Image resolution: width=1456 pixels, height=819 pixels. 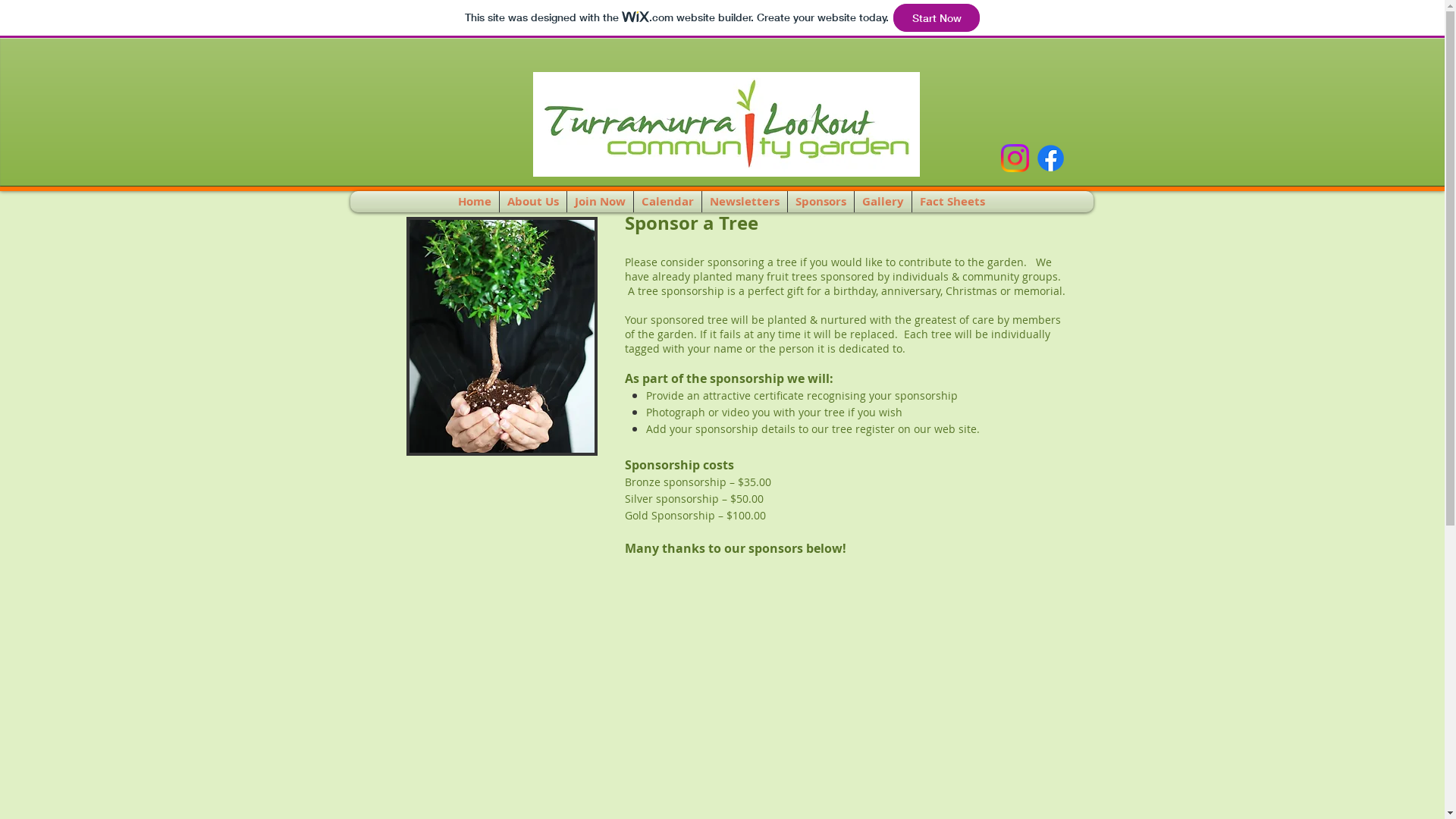 What do you see at coordinates (952, 201) in the screenshot?
I see `'Fact Sheets'` at bounding box center [952, 201].